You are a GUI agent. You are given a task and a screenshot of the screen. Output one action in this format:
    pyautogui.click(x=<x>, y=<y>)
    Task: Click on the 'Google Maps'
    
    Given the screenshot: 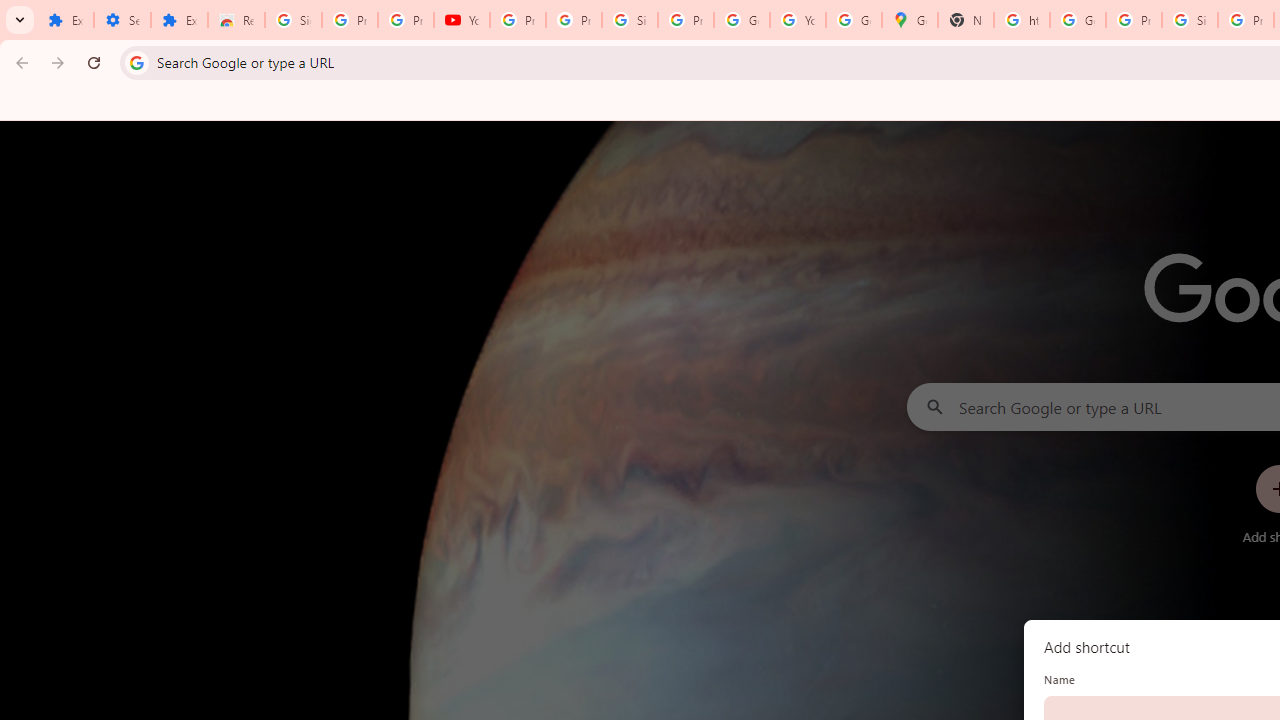 What is the action you would take?
    pyautogui.click(x=909, y=20)
    